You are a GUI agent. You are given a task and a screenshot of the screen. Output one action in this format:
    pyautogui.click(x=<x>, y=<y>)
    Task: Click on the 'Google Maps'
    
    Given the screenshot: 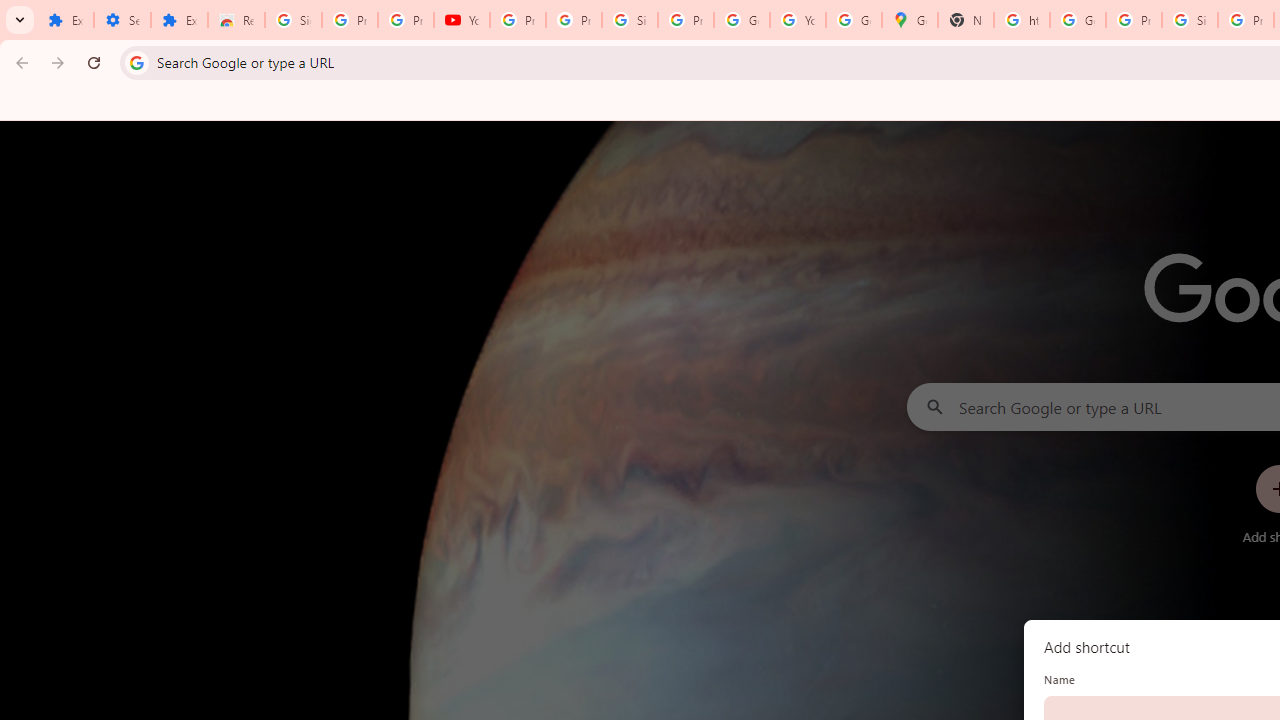 What is the action you would take?
    pyautogui.click(x=909, y=20)
    